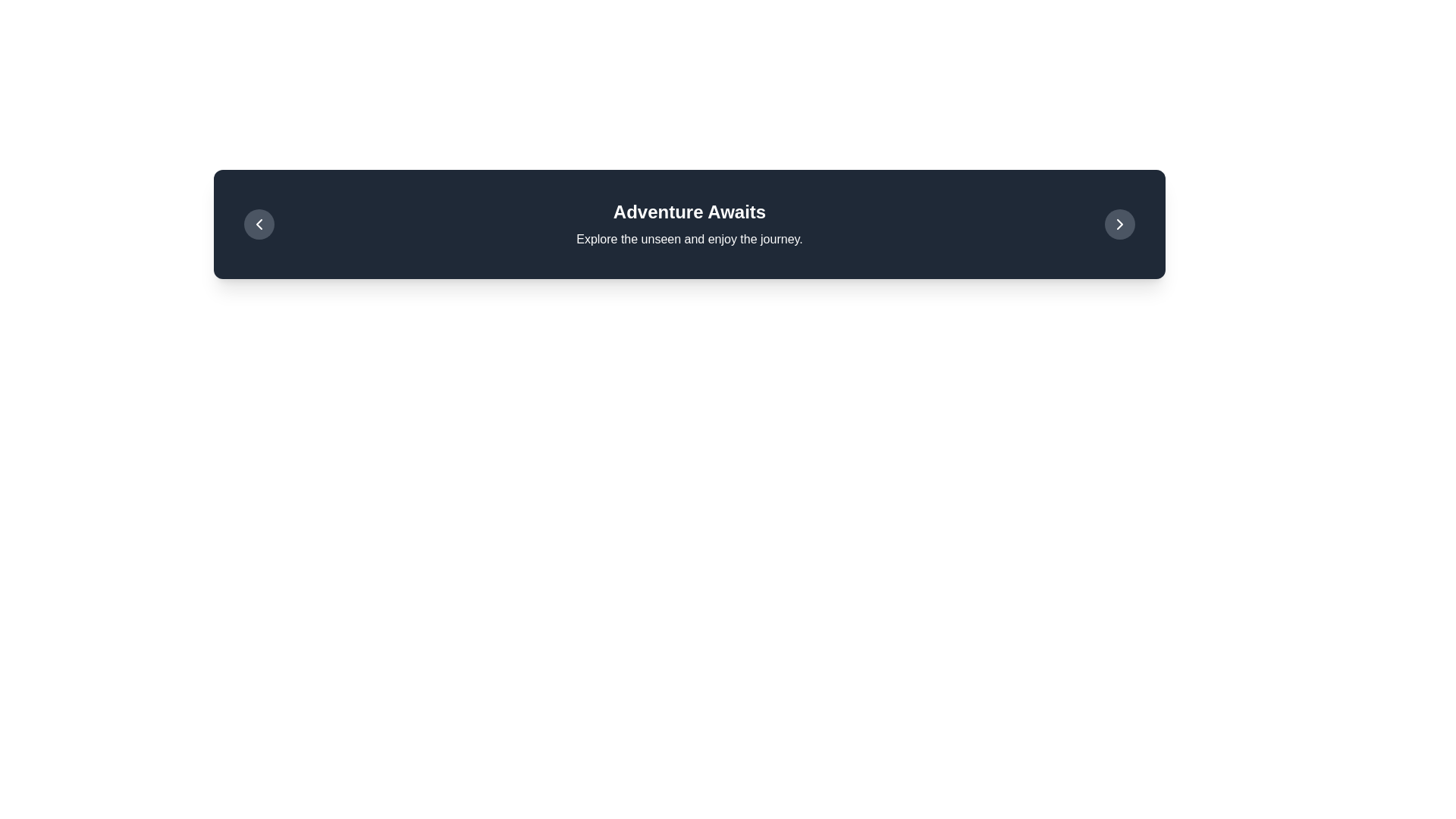 The width and height of the screenshot is (1456, 819). Describe the element at coordinates (259, 224) in the screenshot. I see `the circular button with a gray background and a left-facing chevron icon` at that location.